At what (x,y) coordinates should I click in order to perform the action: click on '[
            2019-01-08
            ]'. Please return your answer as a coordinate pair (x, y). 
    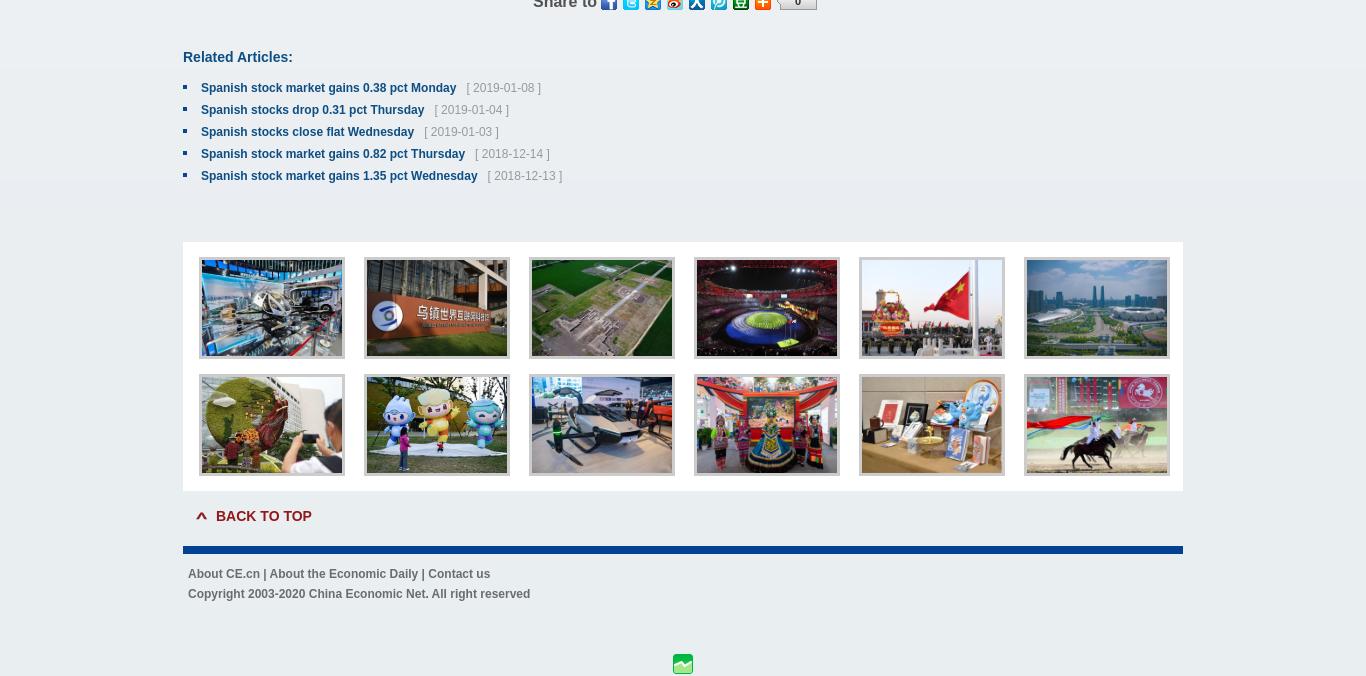
    Looking at the image, I should click on (499, 88).